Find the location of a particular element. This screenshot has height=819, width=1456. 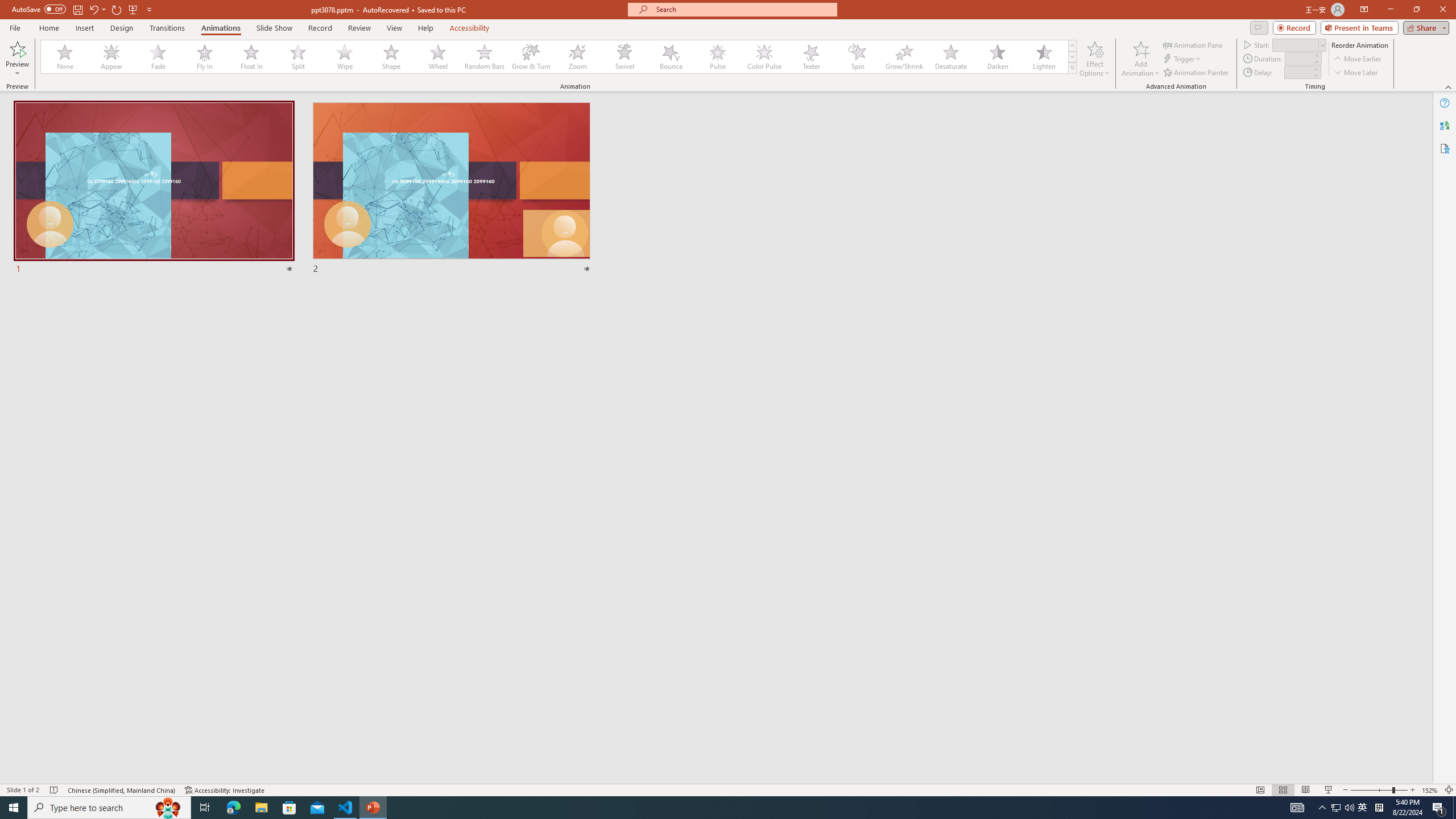

'Animation Pane' is located at coordinates (1194, 44).